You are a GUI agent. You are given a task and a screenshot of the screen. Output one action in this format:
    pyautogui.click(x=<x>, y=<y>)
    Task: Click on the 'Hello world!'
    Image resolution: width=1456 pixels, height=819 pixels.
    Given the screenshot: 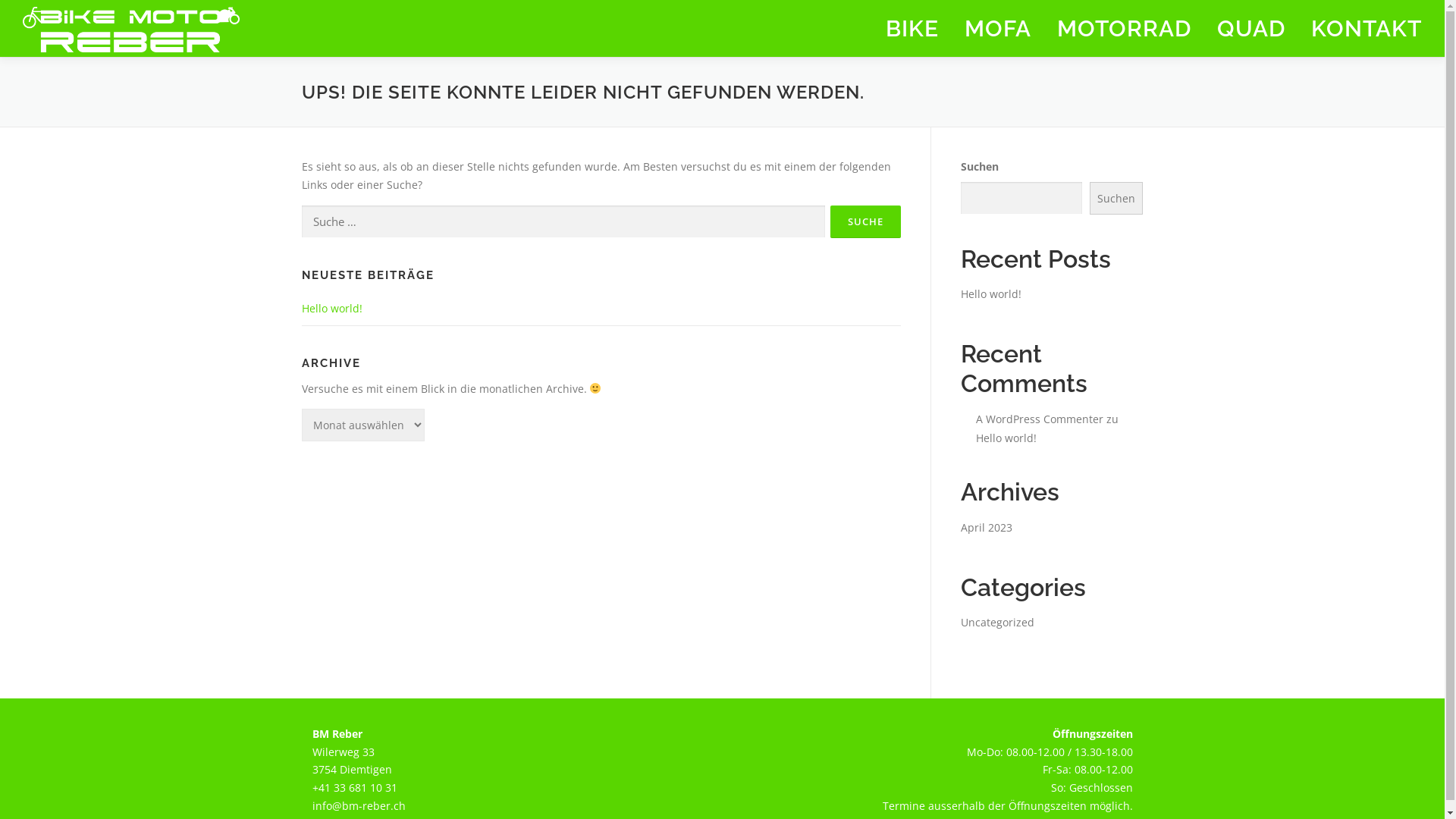 What is the action you would take?
    pyautogui.click(x=1005, y=438)
    